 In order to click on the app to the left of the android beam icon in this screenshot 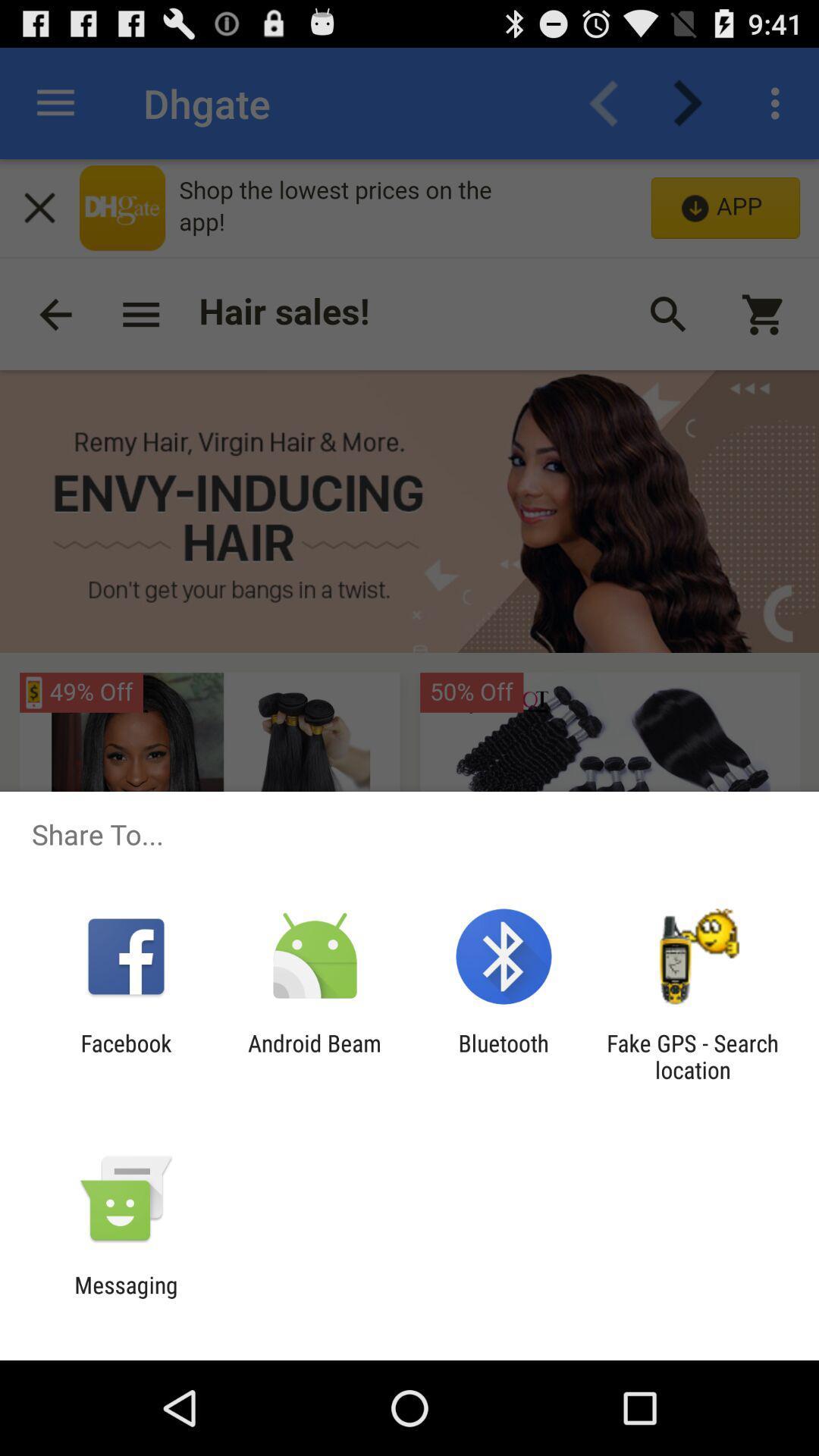, I will do `click(125, 1056)`.